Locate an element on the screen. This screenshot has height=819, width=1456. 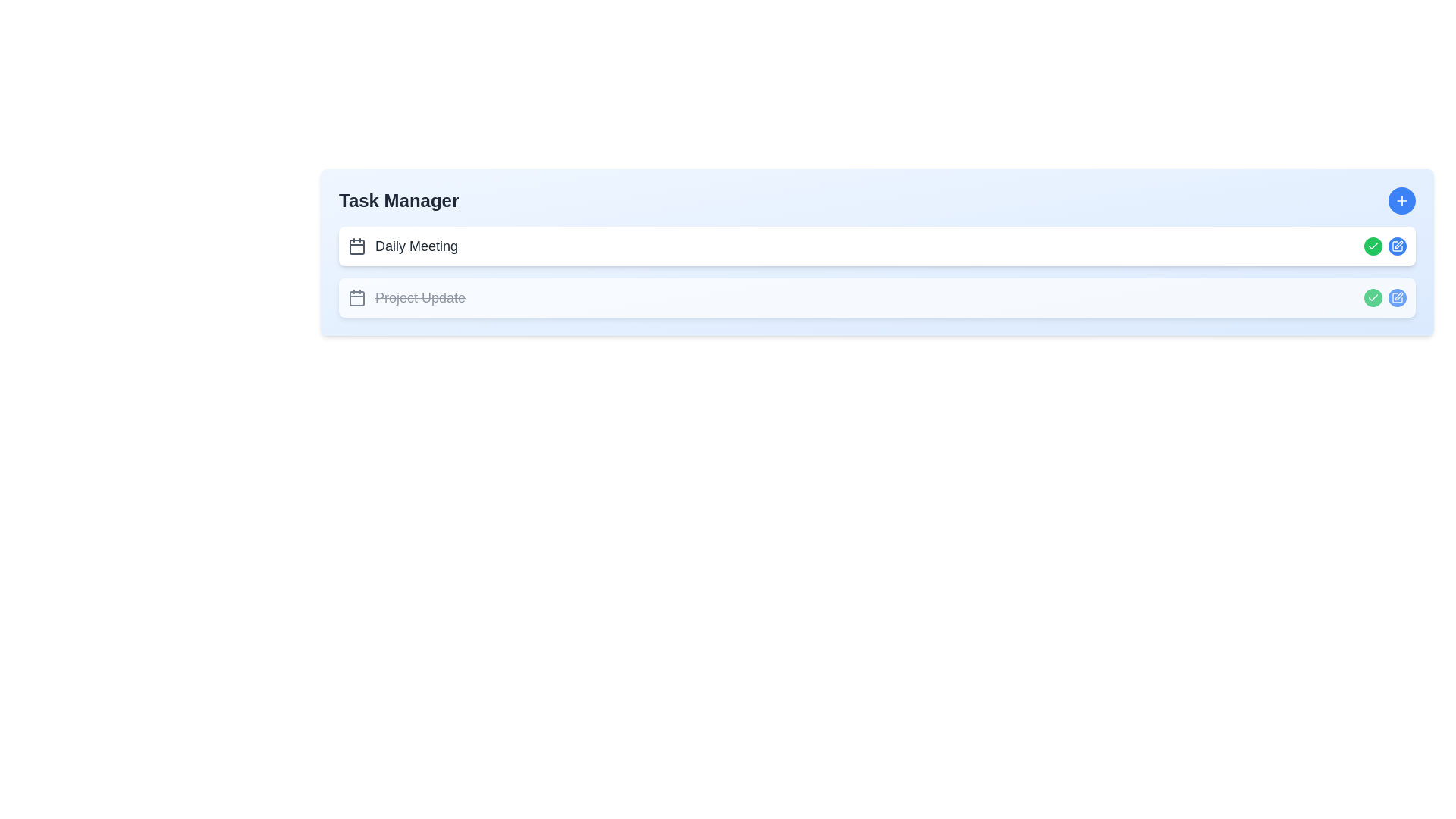
the circular blue button with a white plus symbol located to the far right of the 'Task Manager' section is located at coordinates (1401, 200).